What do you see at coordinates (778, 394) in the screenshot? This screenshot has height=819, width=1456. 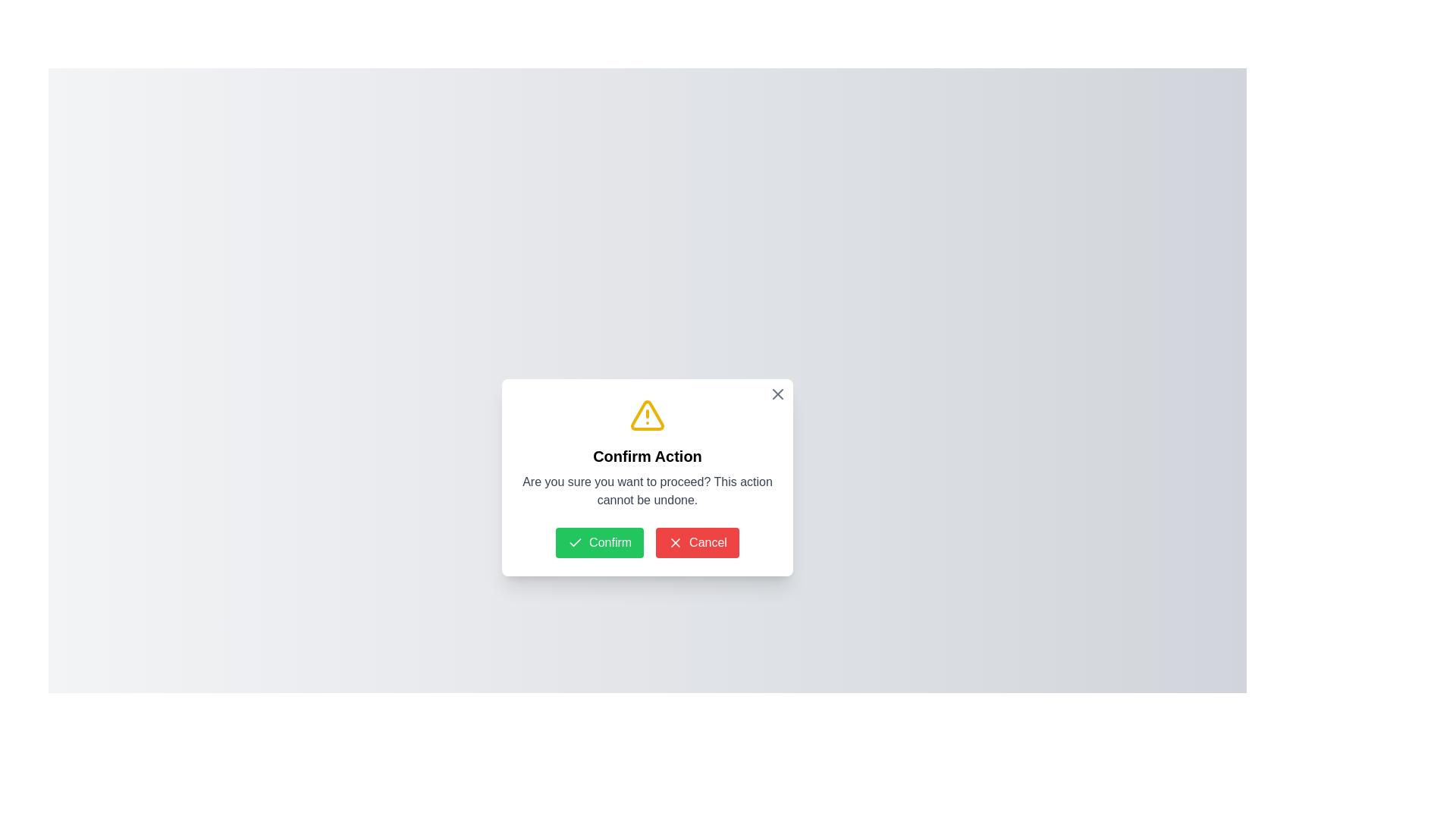 I see `the red cross (X) button in the top-right corner of the popup modal` at bounding box center [778, 394].